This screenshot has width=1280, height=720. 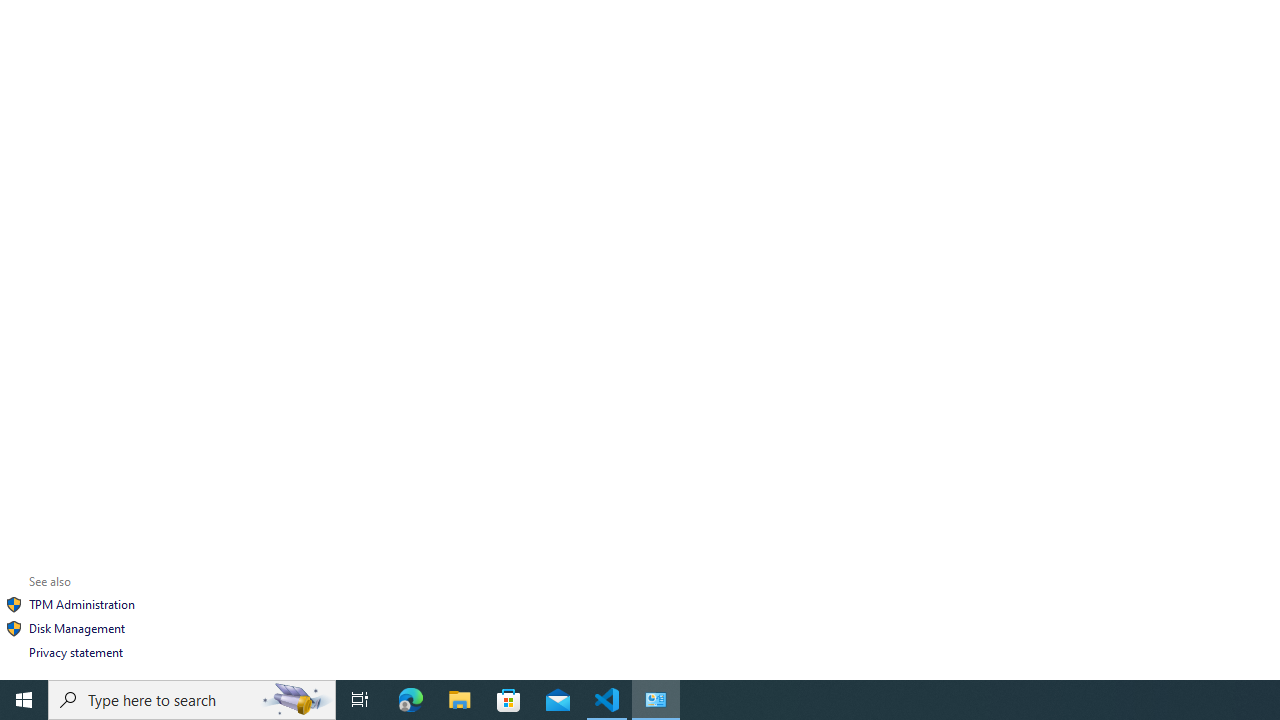 What do you see at coordinates (76, 627) in the screenshot?
I see `'Disk Management'` at bounding box center [76, 627].